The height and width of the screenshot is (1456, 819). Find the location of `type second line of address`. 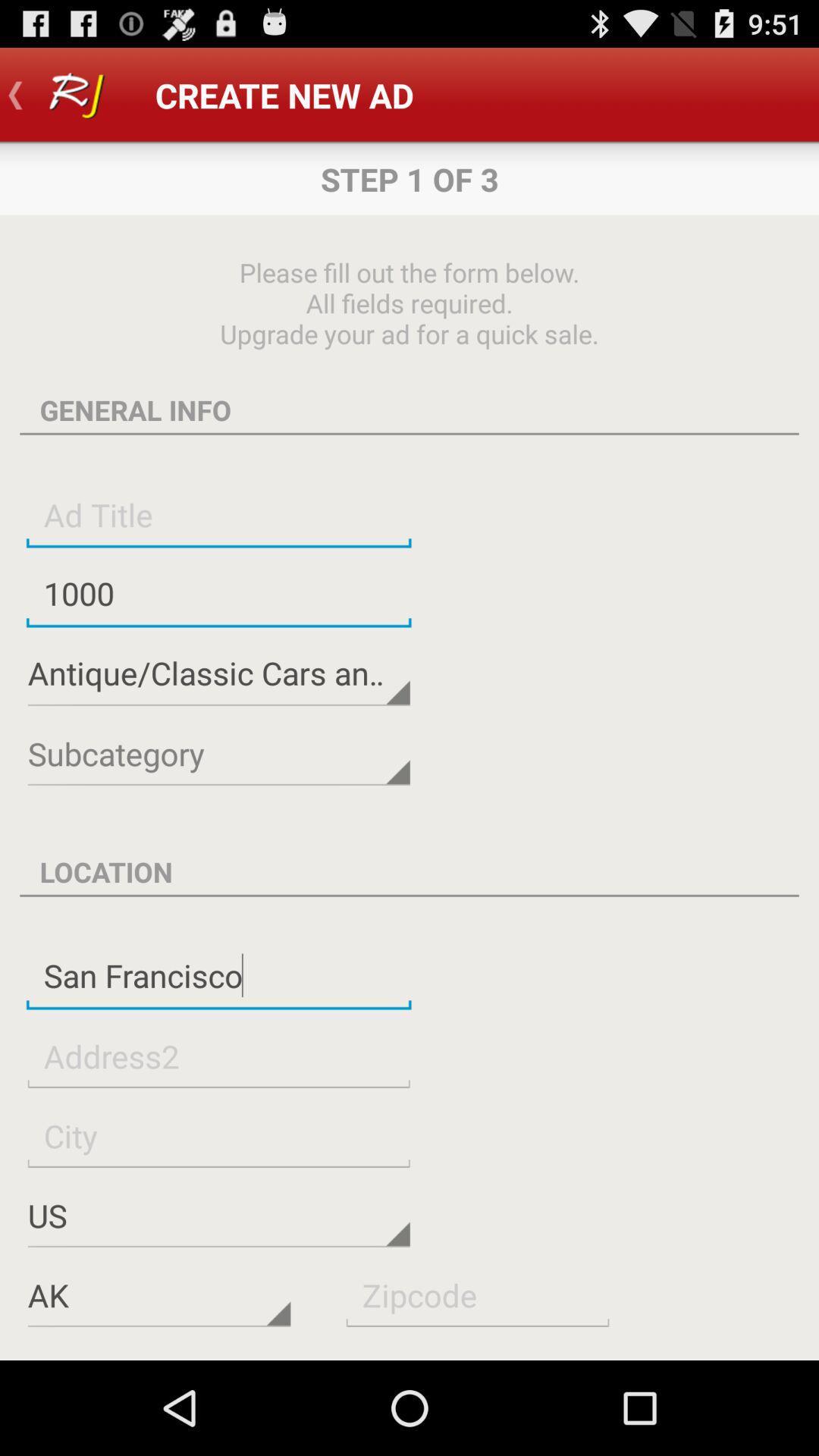

type second line of address is located at coordinates (218, 1055).